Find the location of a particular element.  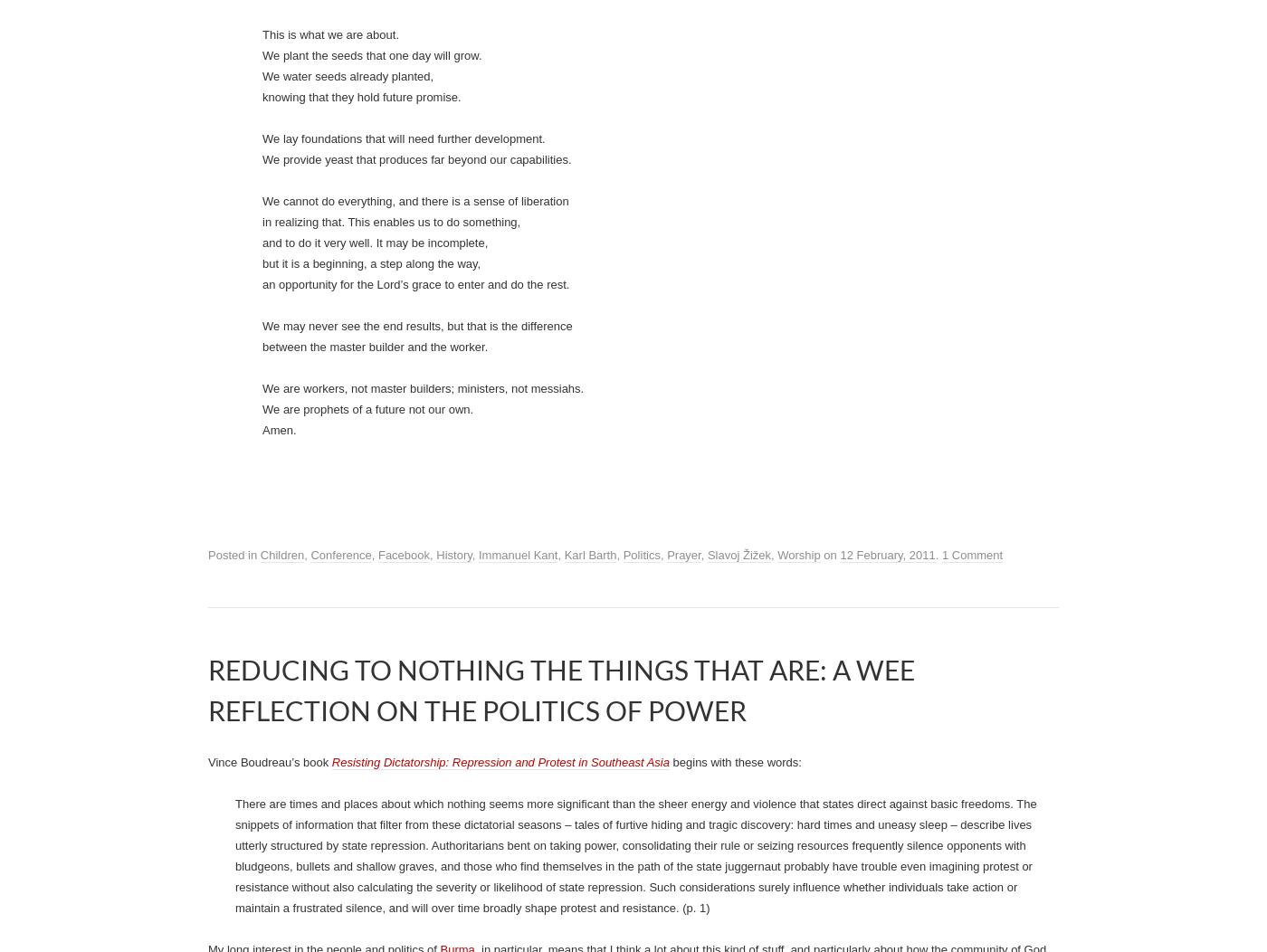

'Jason Byassee on' is located at coordinates (291, 234).